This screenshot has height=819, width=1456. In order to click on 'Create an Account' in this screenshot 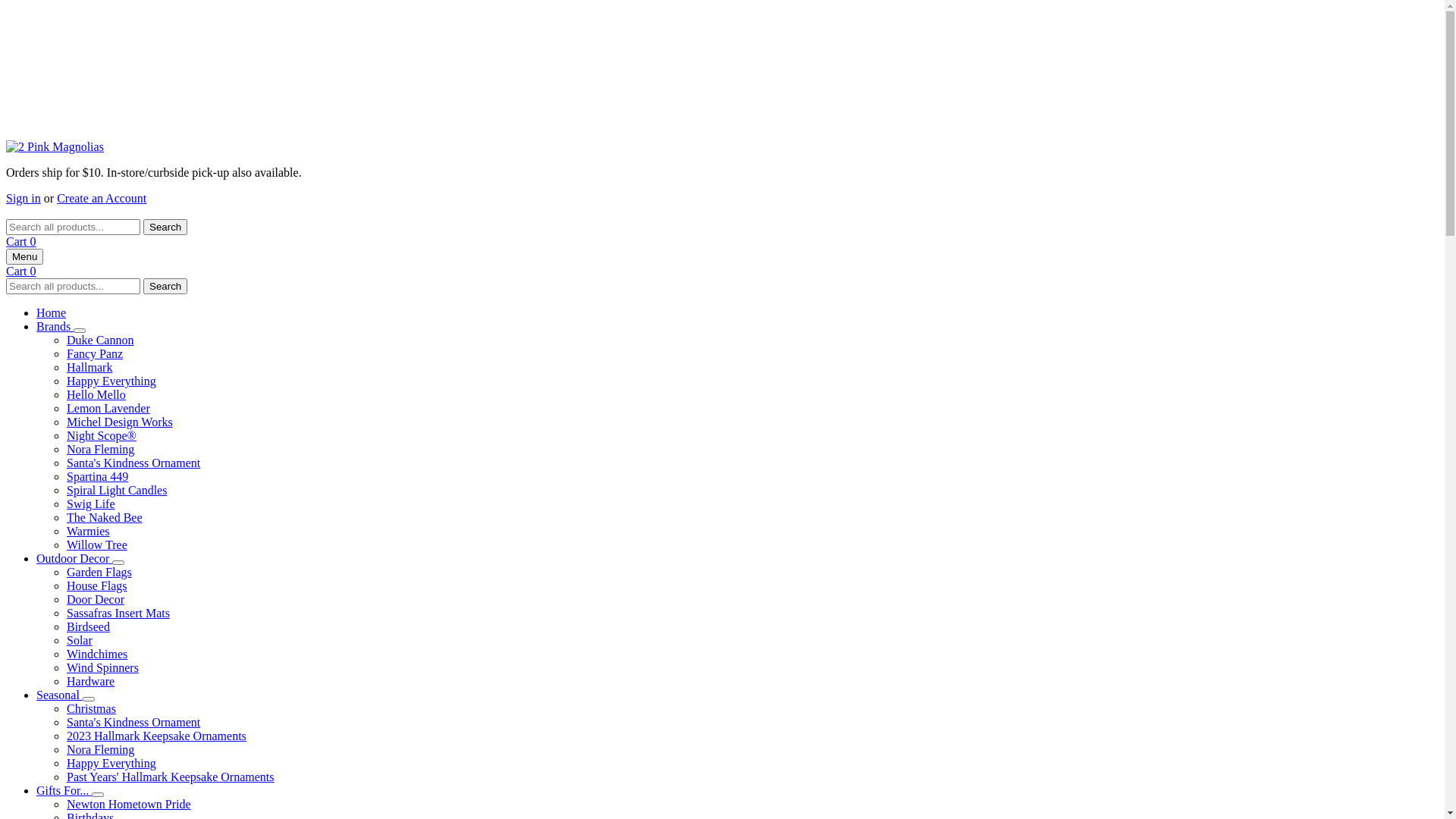, I will do `click(101, 197)`.